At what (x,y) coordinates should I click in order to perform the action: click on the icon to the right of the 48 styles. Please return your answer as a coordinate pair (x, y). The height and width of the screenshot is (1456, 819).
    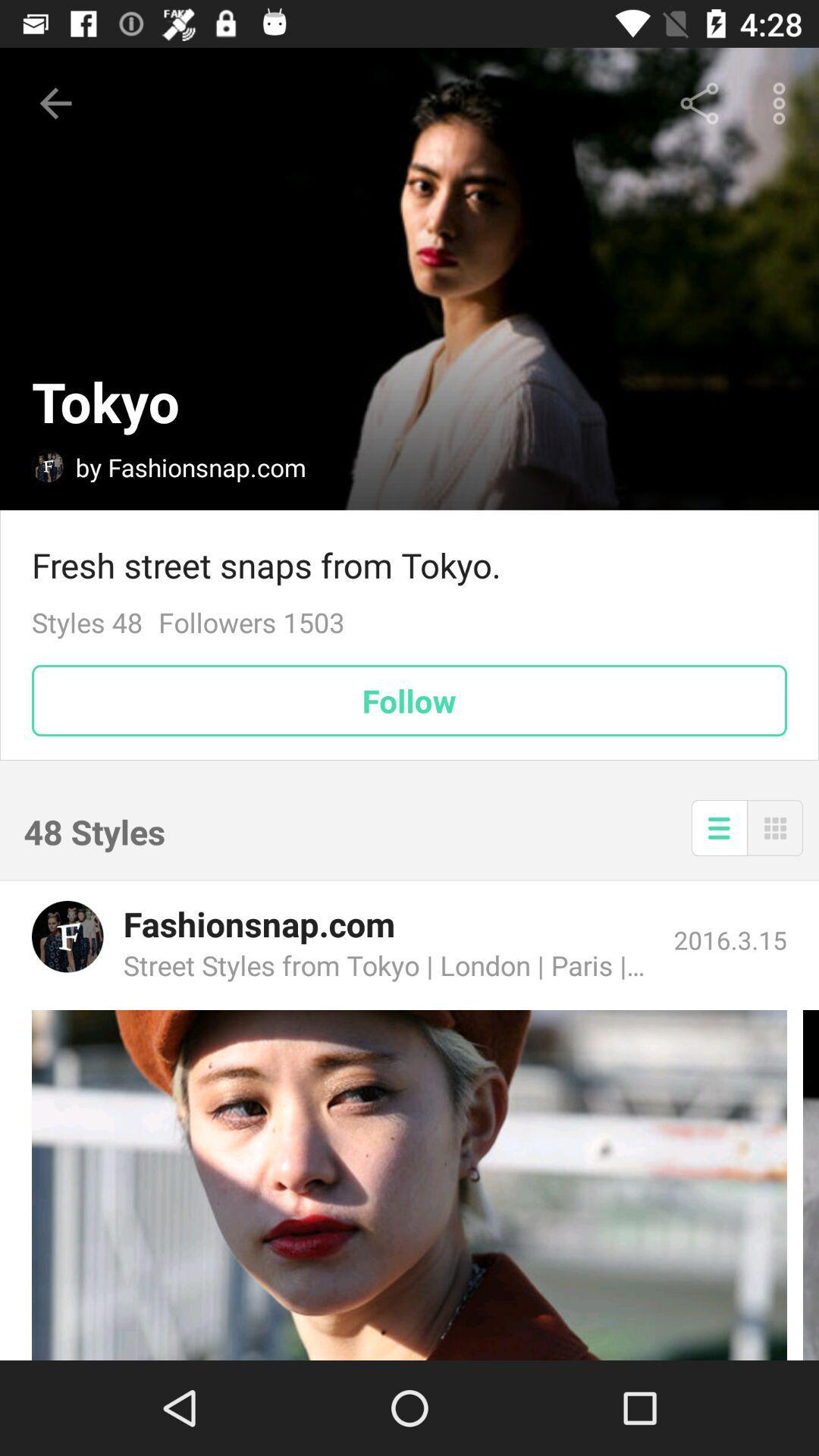
    Looking at the image, I should click on (718, 827).